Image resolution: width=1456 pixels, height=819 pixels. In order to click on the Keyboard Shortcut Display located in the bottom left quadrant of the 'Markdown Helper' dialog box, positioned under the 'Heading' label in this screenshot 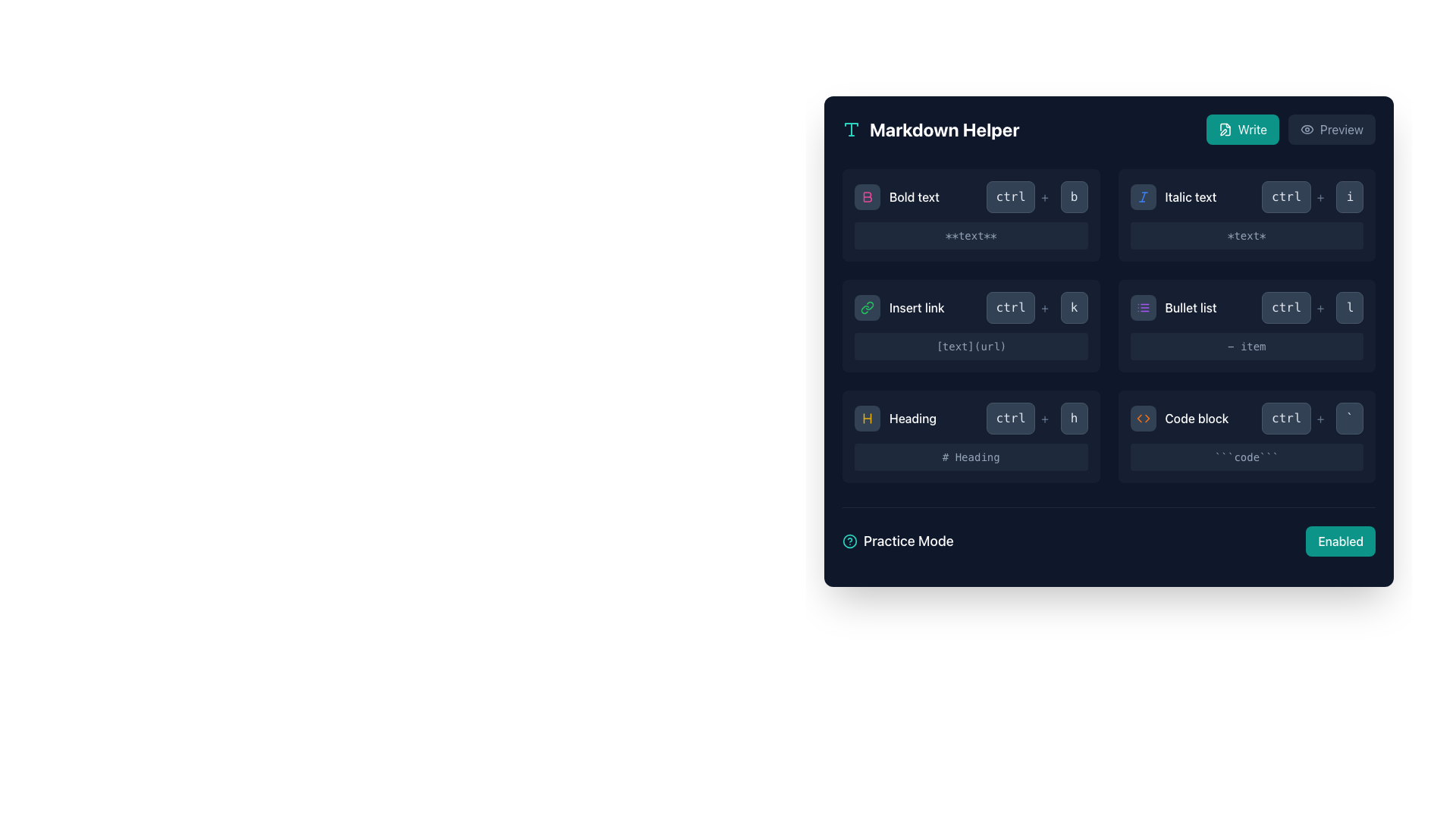, I will do `click(1036, 418)`.